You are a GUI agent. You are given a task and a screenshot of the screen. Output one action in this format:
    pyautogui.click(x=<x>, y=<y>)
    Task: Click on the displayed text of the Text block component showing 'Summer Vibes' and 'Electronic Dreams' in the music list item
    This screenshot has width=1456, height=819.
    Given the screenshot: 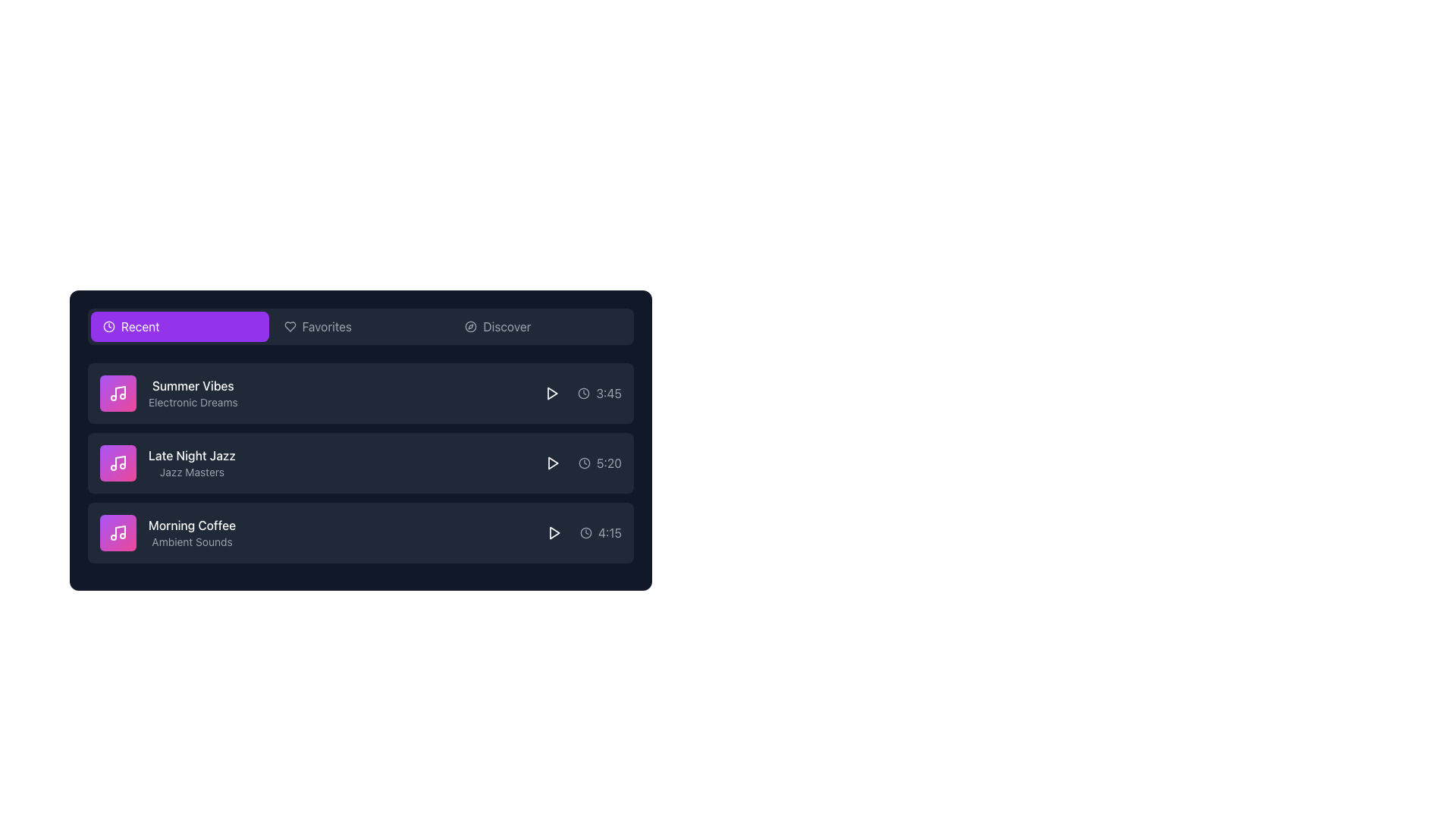 What is the action you would take?
    pyautogui.click(x=168, y=393)
    